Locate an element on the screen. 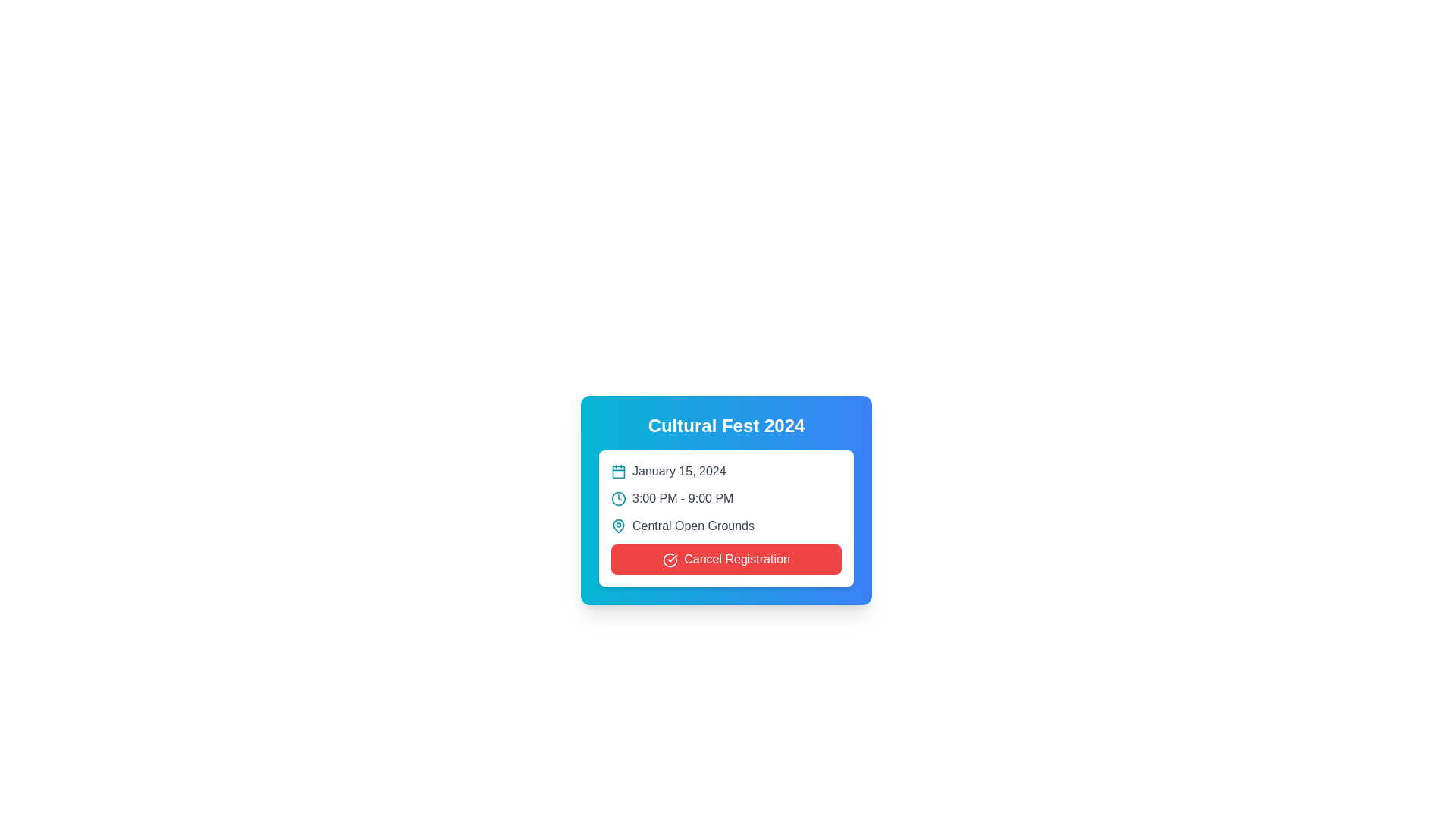  the static text label that conveys the location information of the event, positioned in the bottom middle section of the event details card, to the right of the map pin icon is located at coordinates (692, 526).